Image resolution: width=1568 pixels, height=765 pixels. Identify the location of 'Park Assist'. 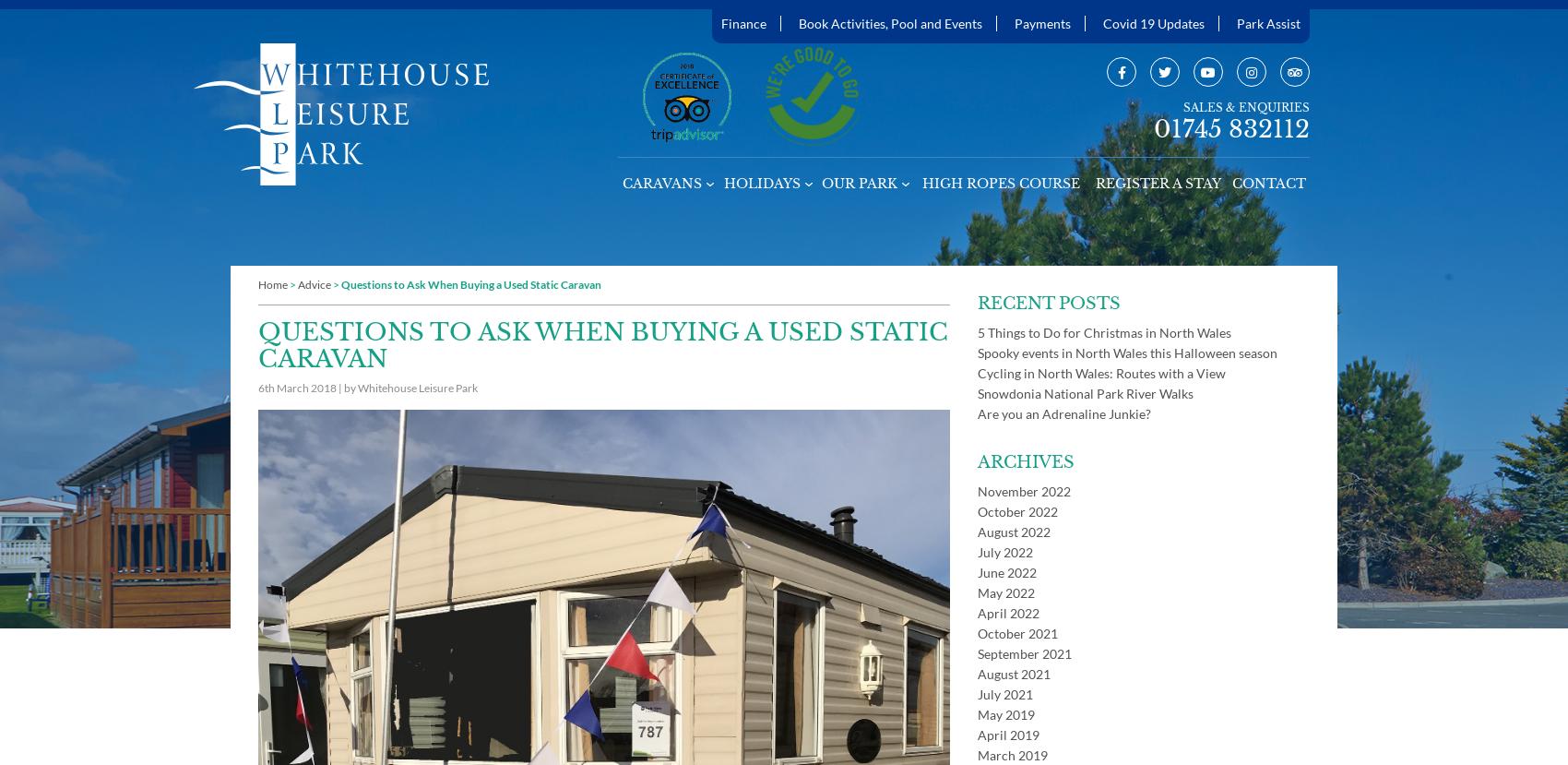
(1268, 23).